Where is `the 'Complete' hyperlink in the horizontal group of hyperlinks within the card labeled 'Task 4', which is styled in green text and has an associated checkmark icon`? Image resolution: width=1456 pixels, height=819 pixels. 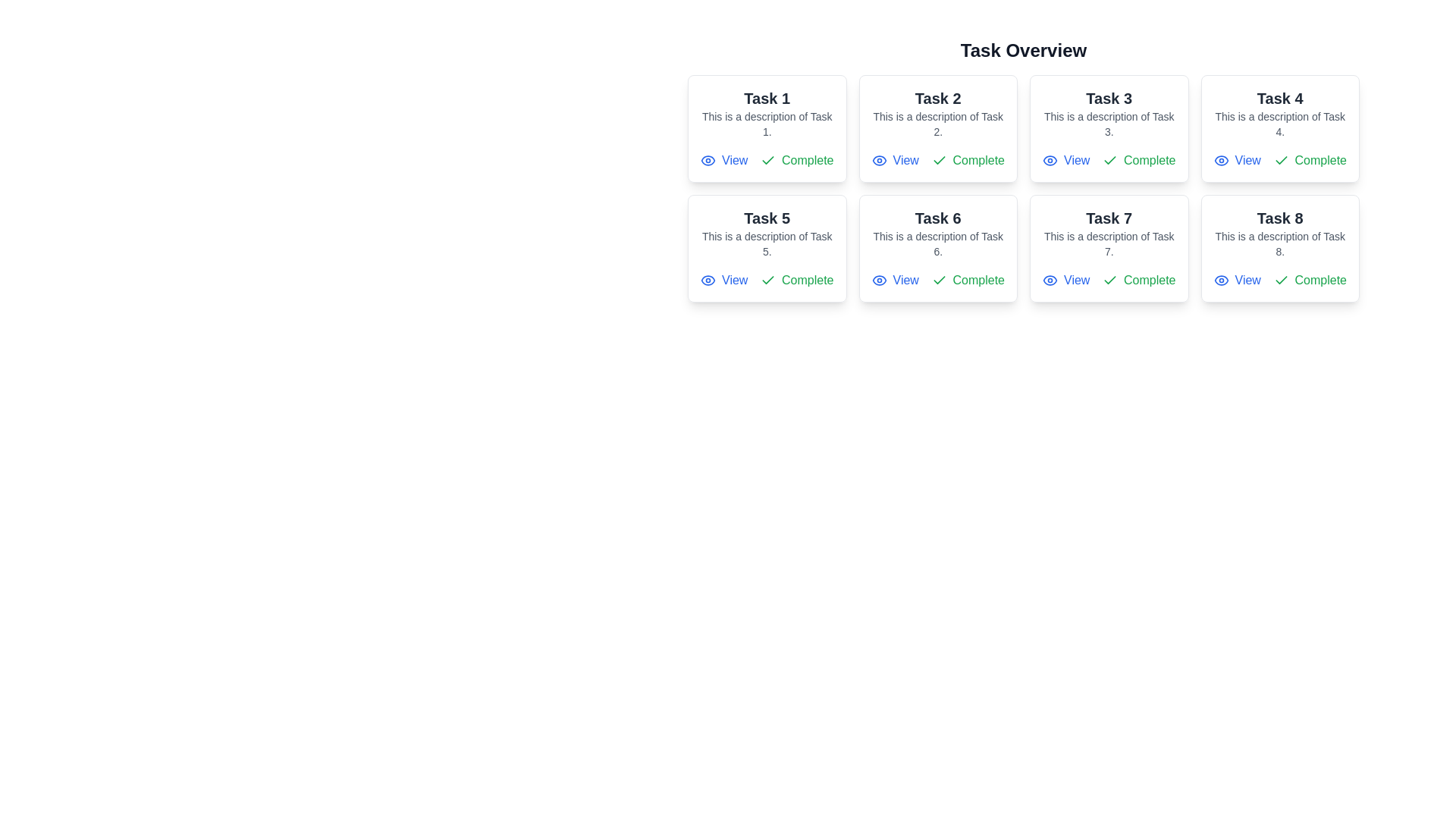 the 'Complete' hyperlink in the horizontal group of hyperlinks within the card labeled 'Task 4', which is styled in green text and has an associated checkmark icon is located at coordinates (1279, 161).